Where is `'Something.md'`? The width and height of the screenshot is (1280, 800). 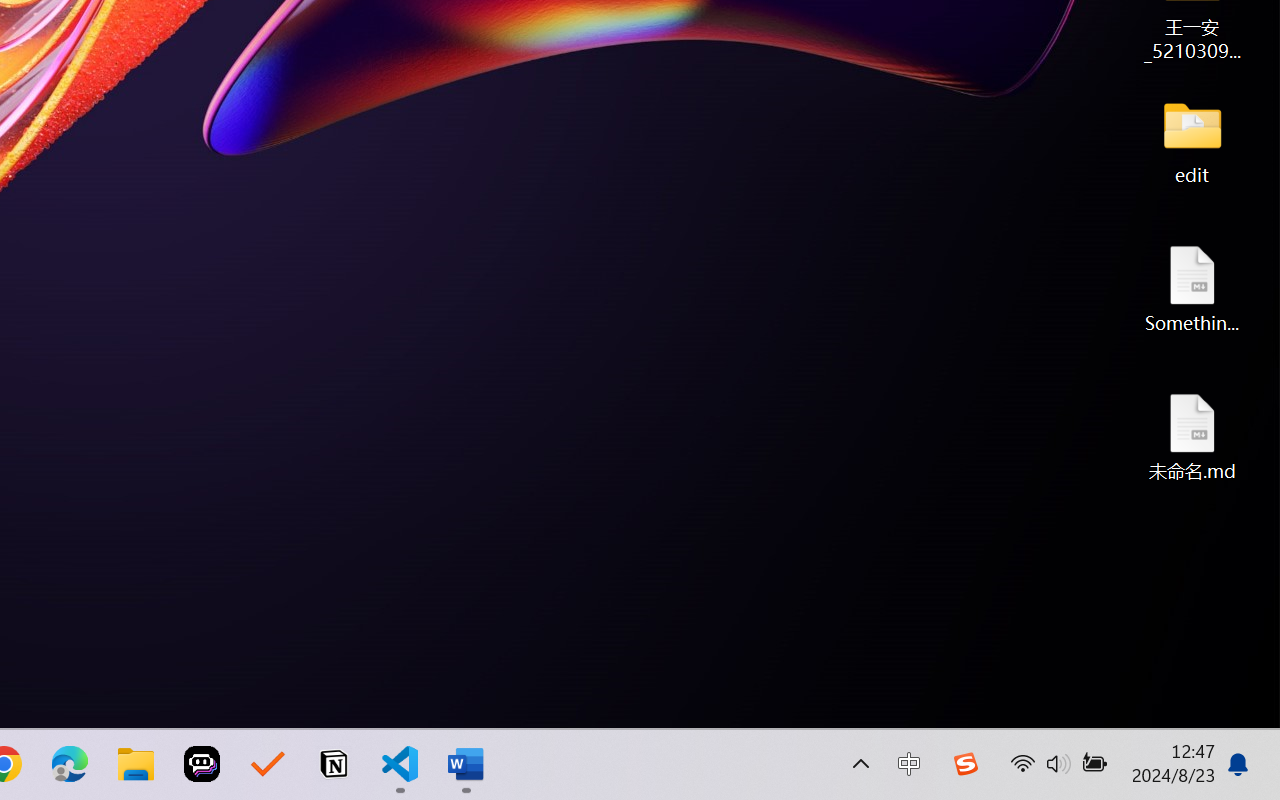
'Something.md' is located at coordinates (1192, 288).